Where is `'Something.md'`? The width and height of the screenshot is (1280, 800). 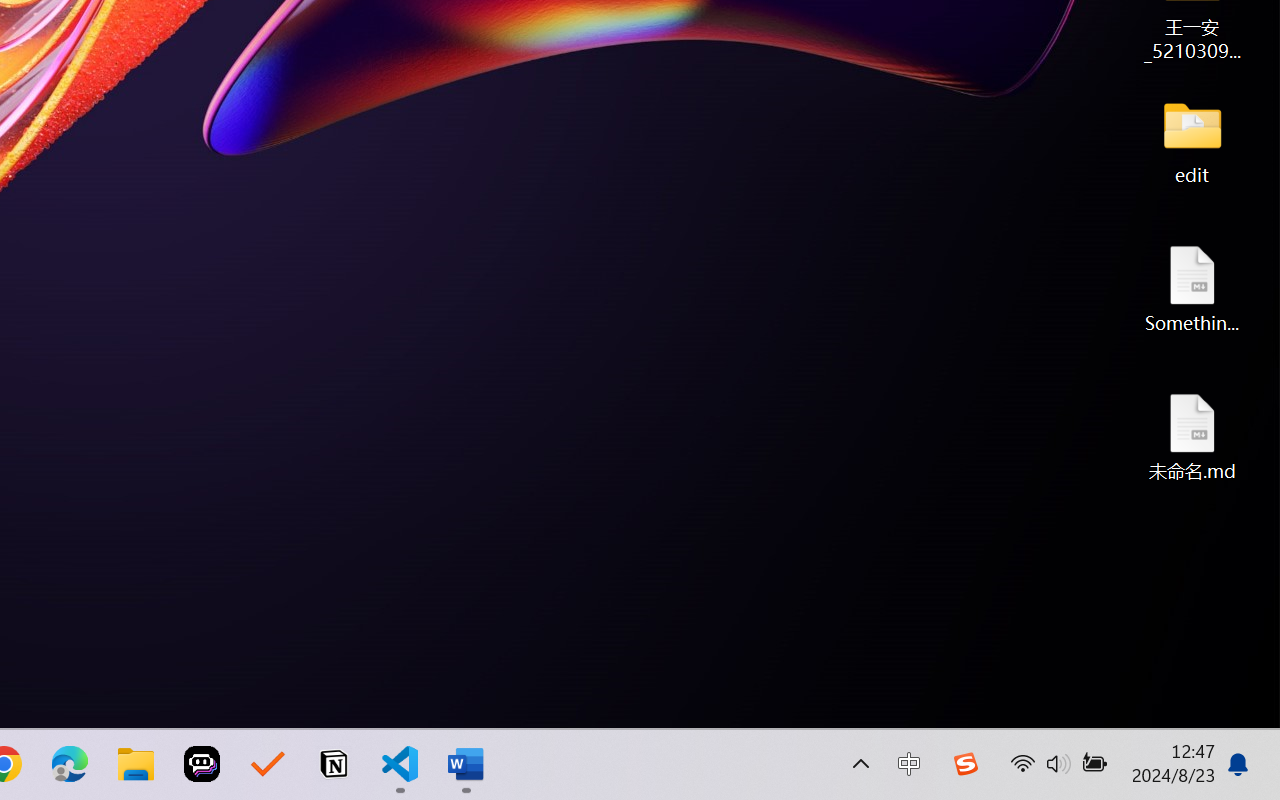
'Something.md' is located at coordinates (1192, 288).